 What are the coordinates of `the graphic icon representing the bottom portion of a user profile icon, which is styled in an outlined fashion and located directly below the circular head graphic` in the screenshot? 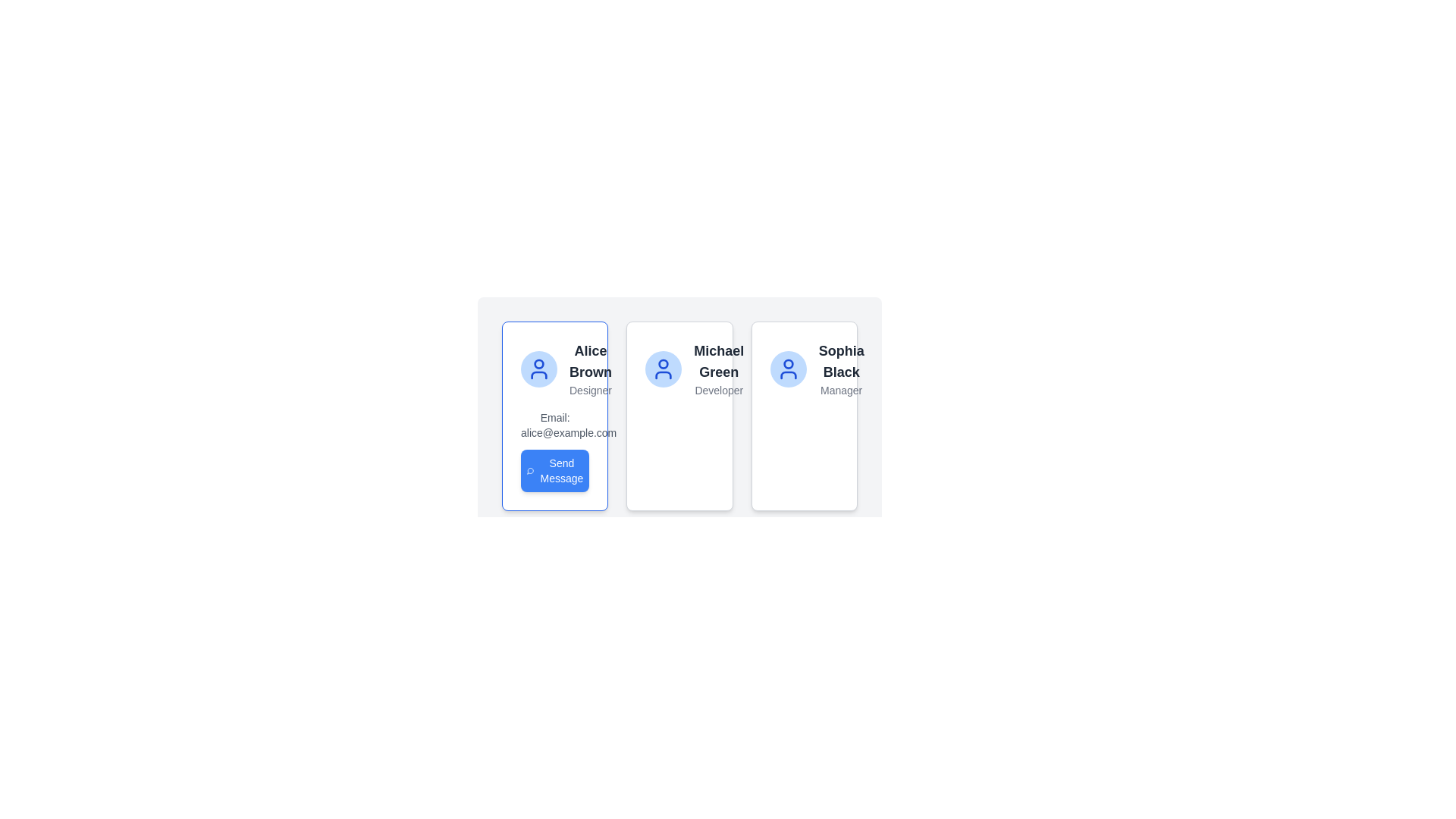 It's located at (538, 375).